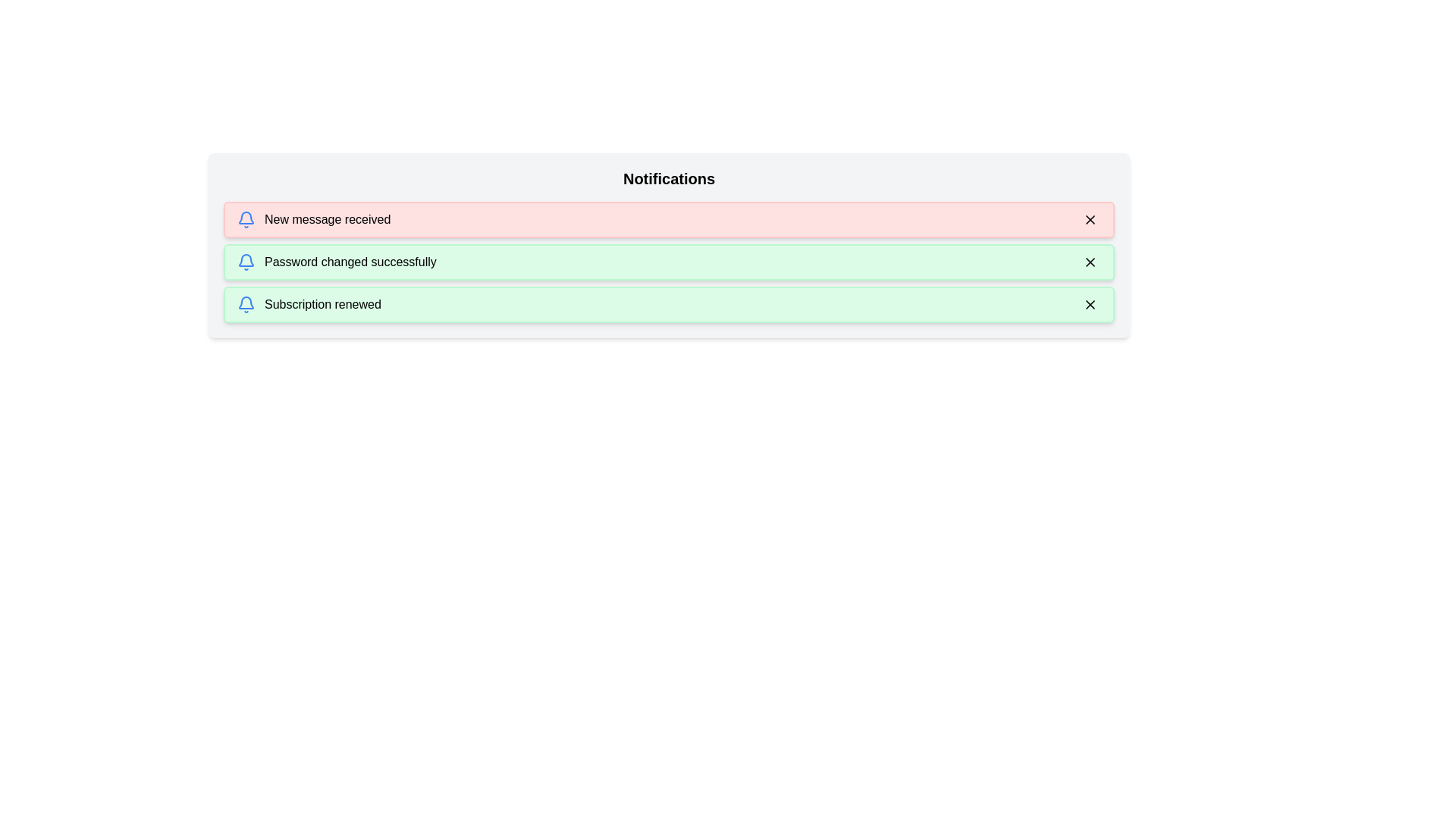 Image resolution: width=1456 pixels, height=819 pixels. I want to click on the bell icon with a blue border located in the second row of the notification list for additional actions, so click(246, 262).